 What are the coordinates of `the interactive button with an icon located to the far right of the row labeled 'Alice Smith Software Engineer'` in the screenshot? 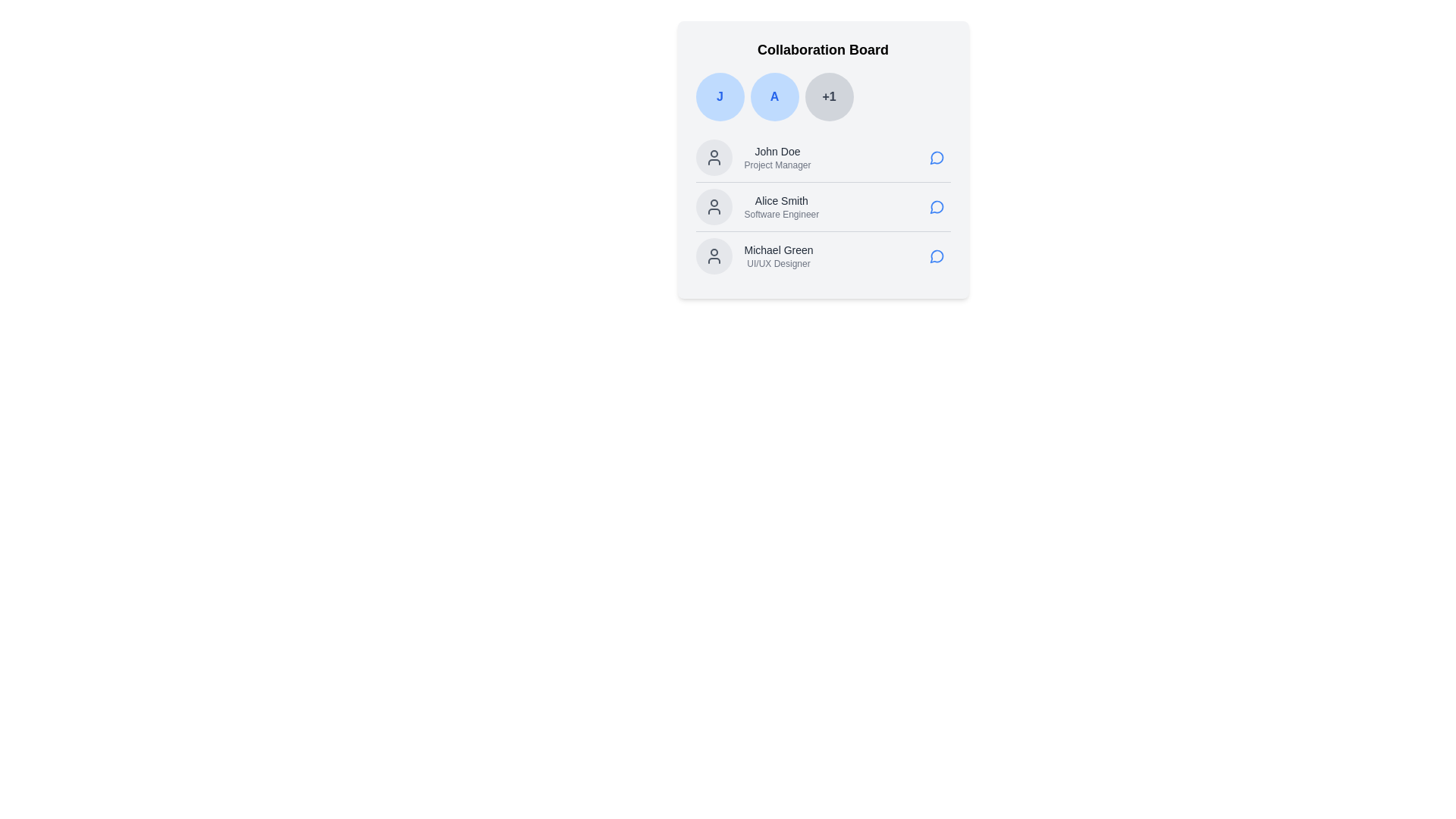 It's located at (936, 207).